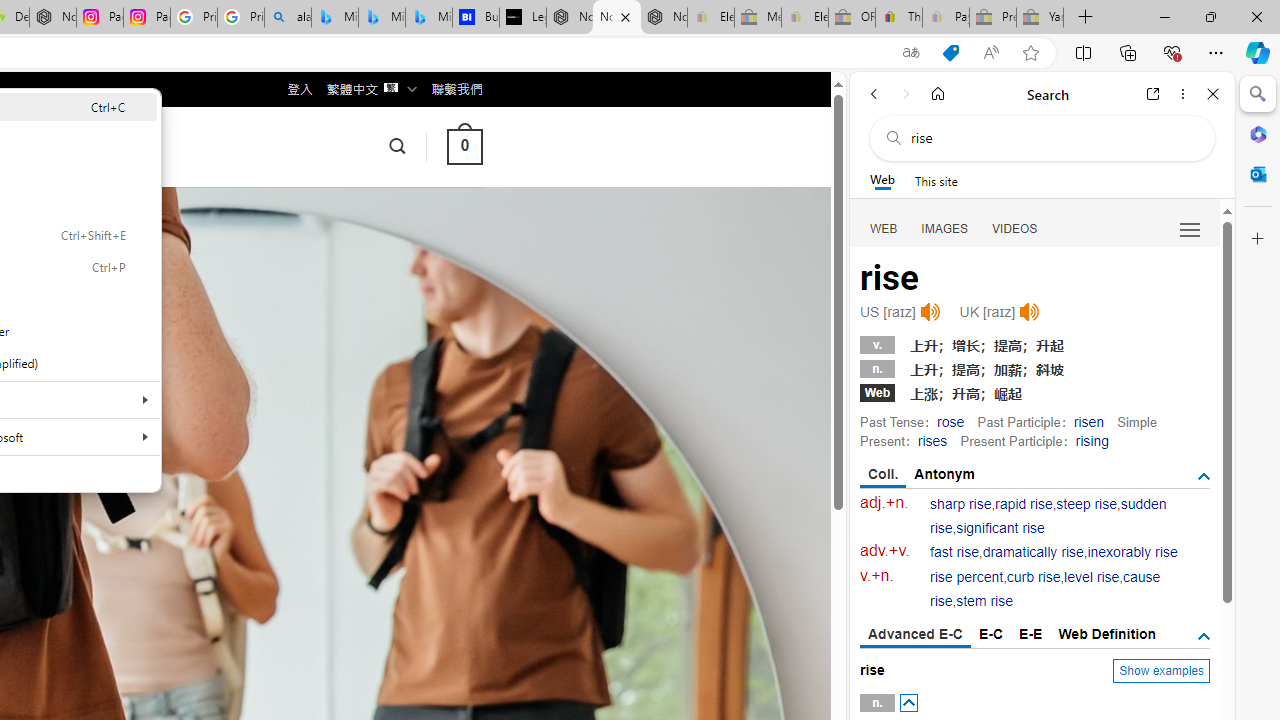 The height and width of the screenshot is (720, 1280). I want to click on 'Antonym', so click(944, 474).